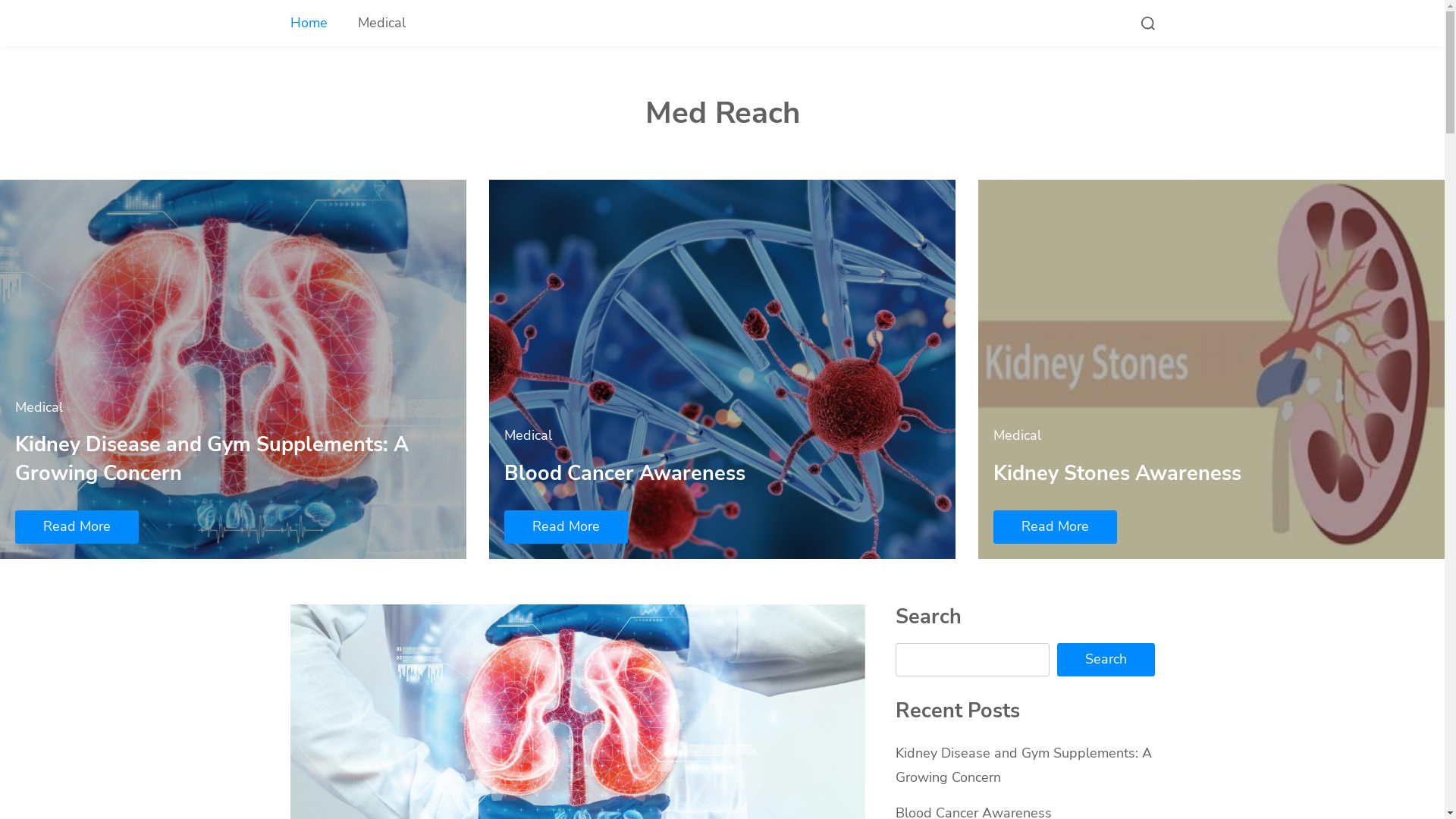 This screenshot has height=819, width=1456. Describe the element at coordinates (565, 526) in the screenshot. I see `'Read More'` at that location.